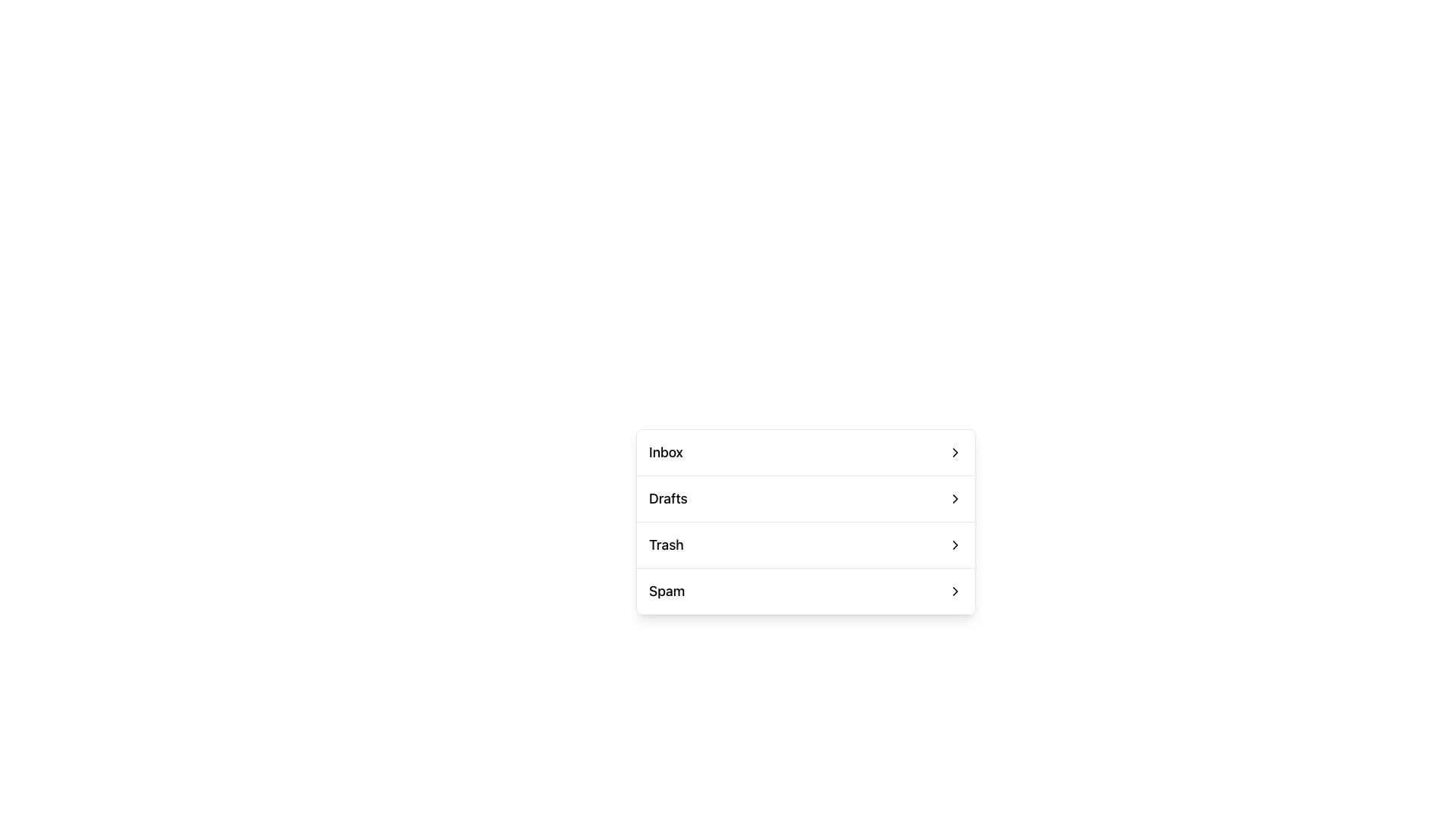  What do you see at coordinates (667, 499) in the screenshot?
I see `the bold 'Drafts' text label, which is the second item in a vertical list of menu options, ensuring the mouse pointer is positioned accurately above this clearly readable black text on a white background` at bounding box center [667, 499].